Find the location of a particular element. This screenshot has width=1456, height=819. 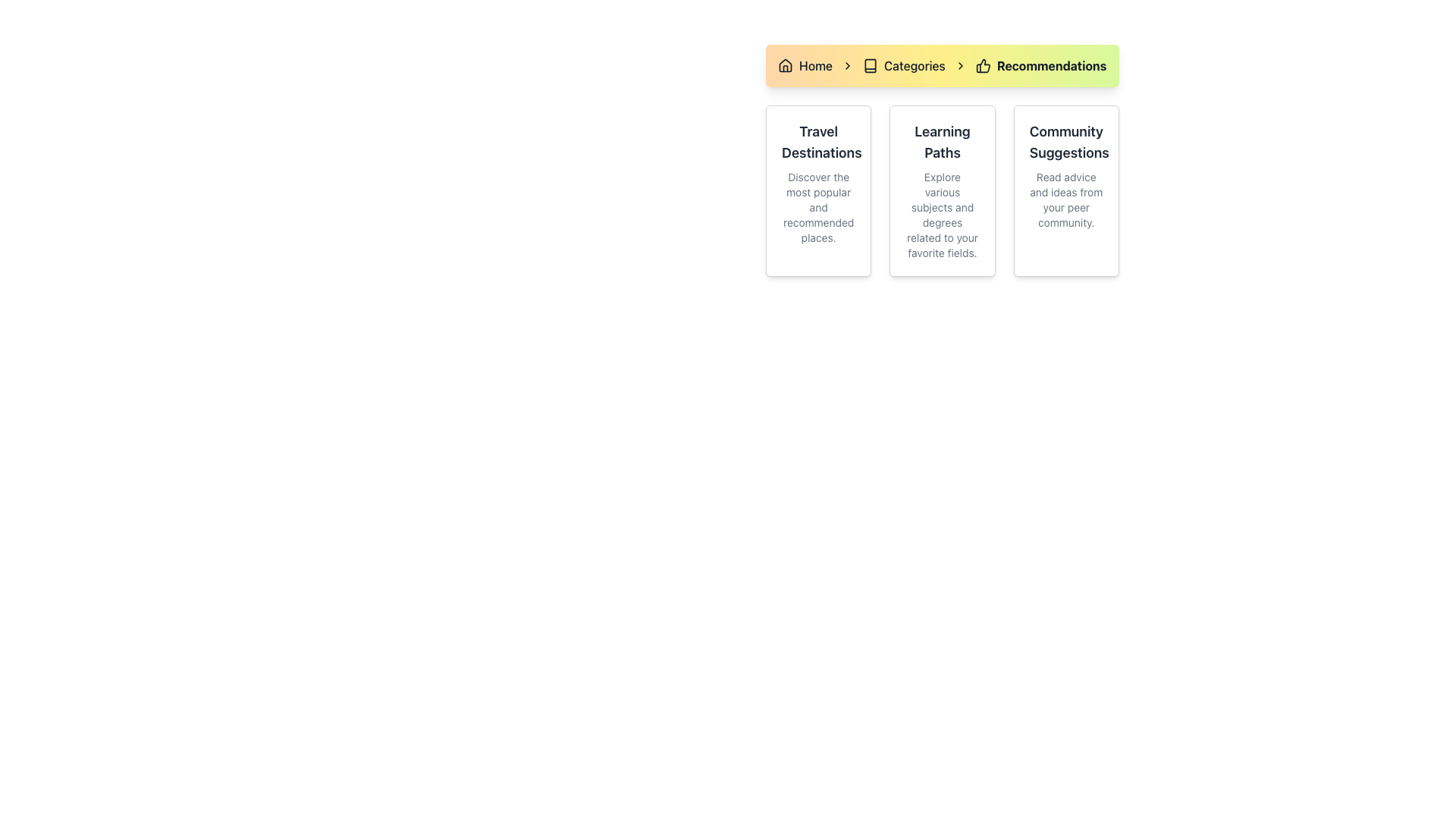

the house-shaped icon in the breadcrumb navigation bar is located at coordinates (786, 64).